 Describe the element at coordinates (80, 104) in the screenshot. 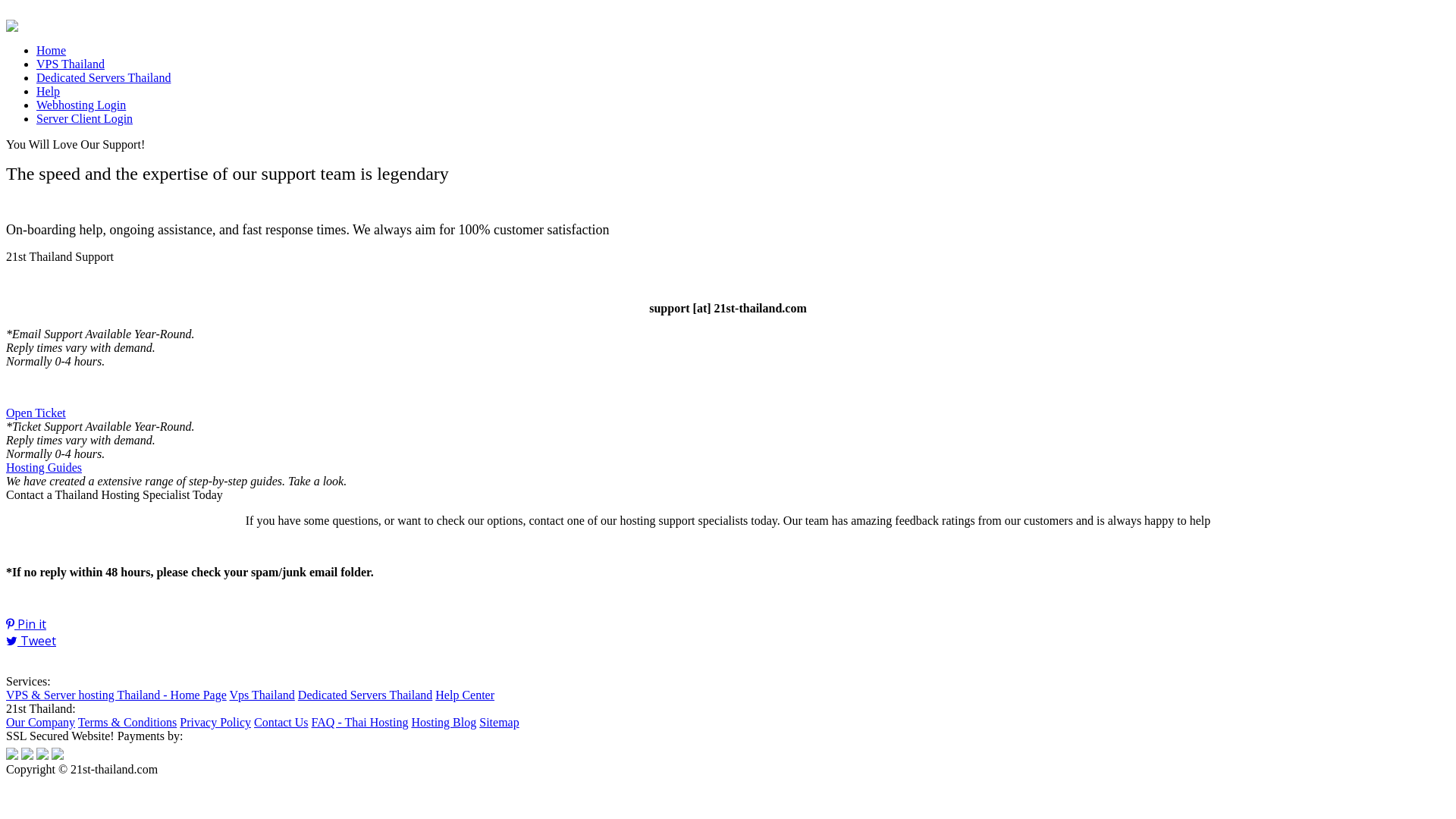

I see `'Webhosting Login'` at that location.